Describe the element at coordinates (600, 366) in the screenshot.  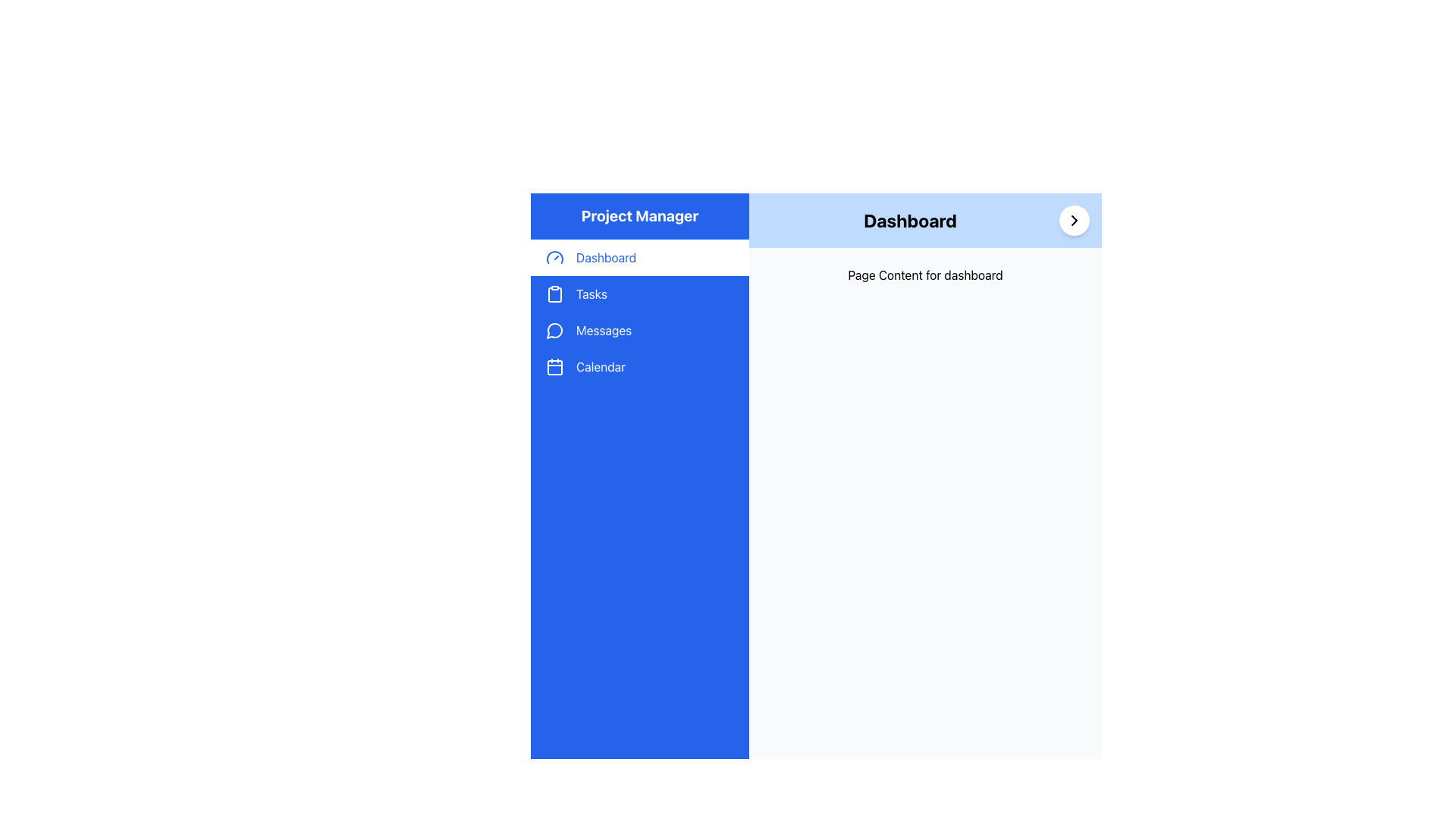
I see `the 'Calendar' navigation link located as the fourth item in the vertical navigation menu in the left sidebar` at that location.